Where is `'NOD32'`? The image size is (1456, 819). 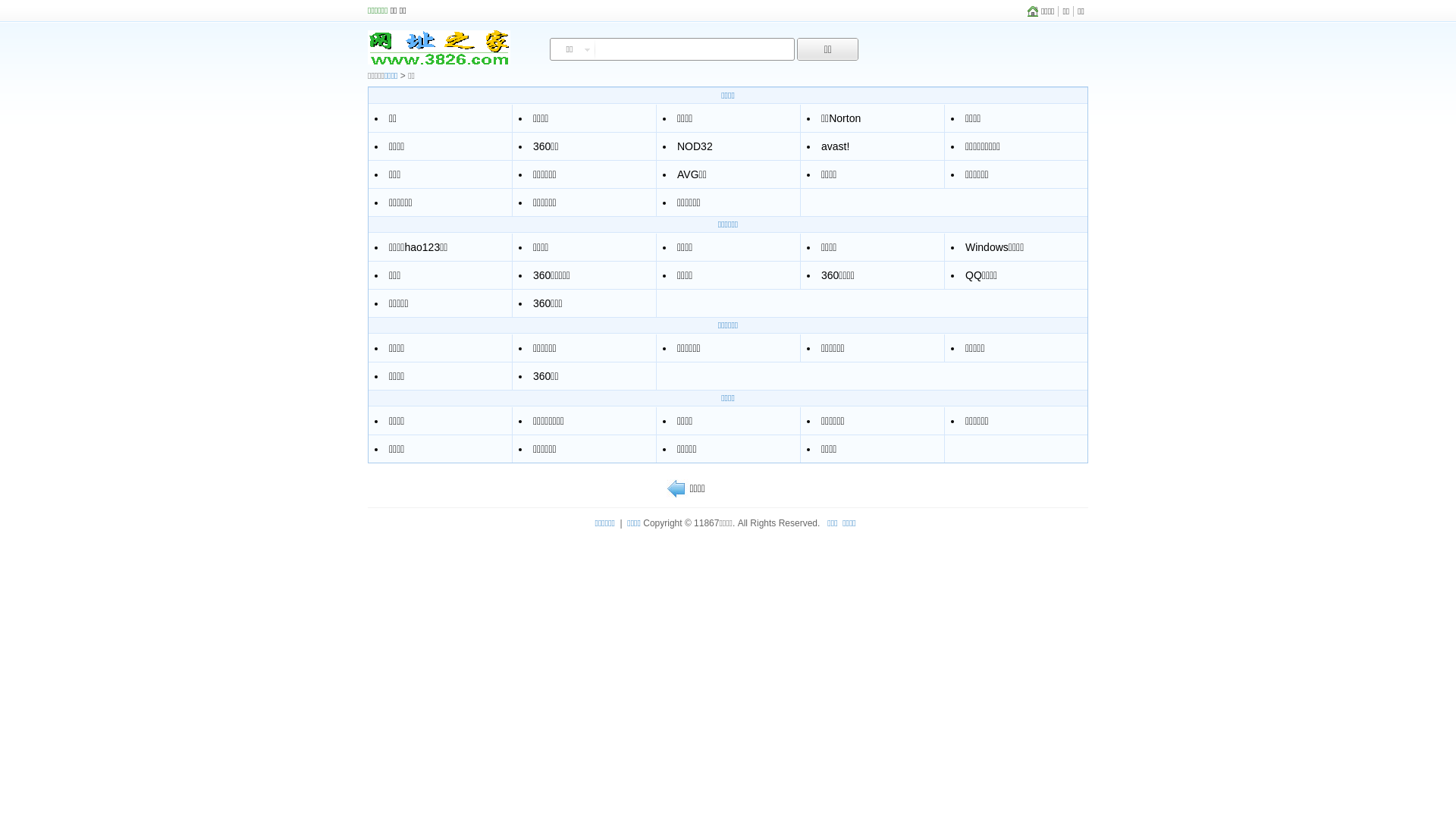
'NOD32' is located at coordinates (694, 146).